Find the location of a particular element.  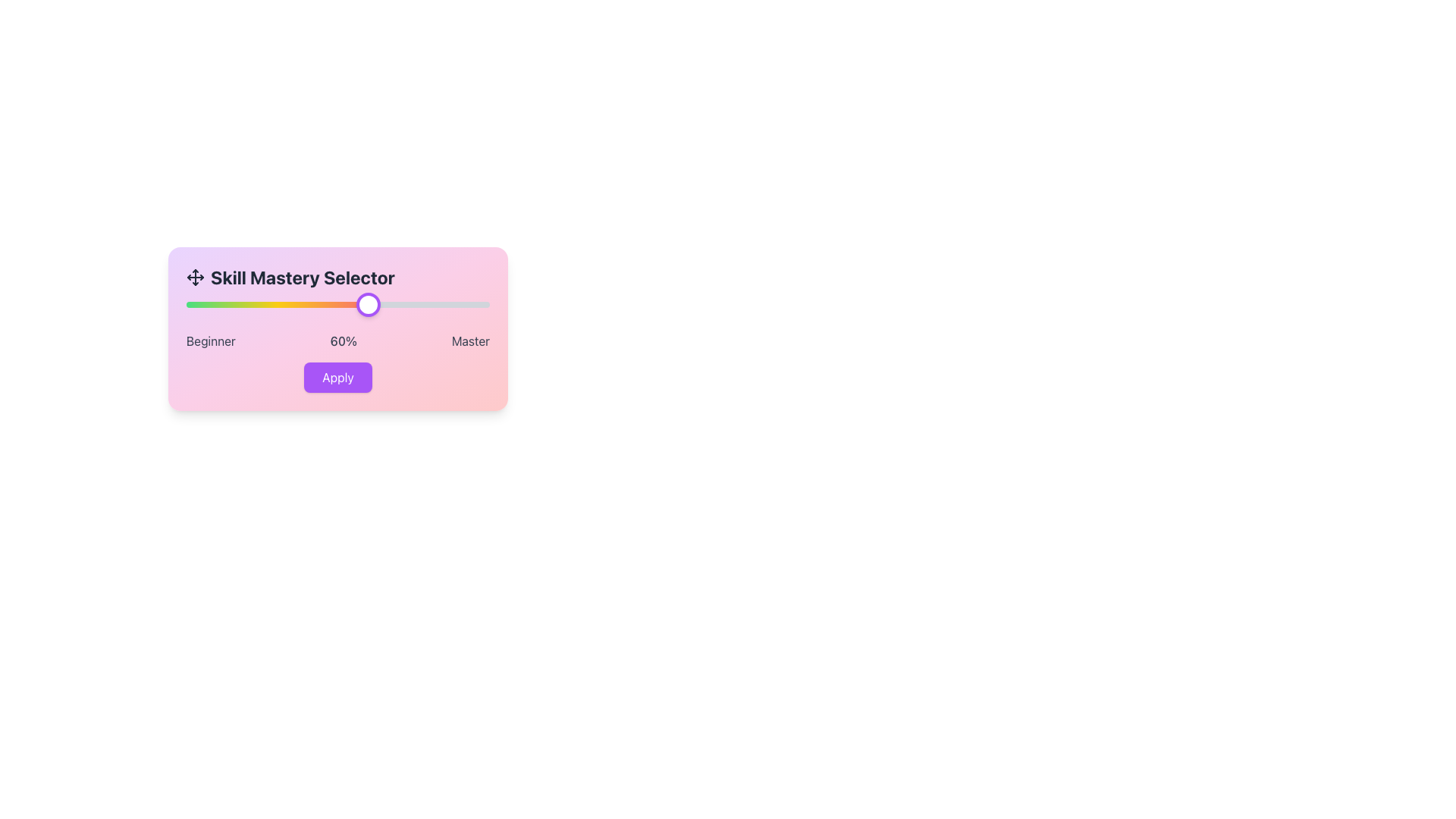

the skill mastery level is located at coordinates (259, 304).